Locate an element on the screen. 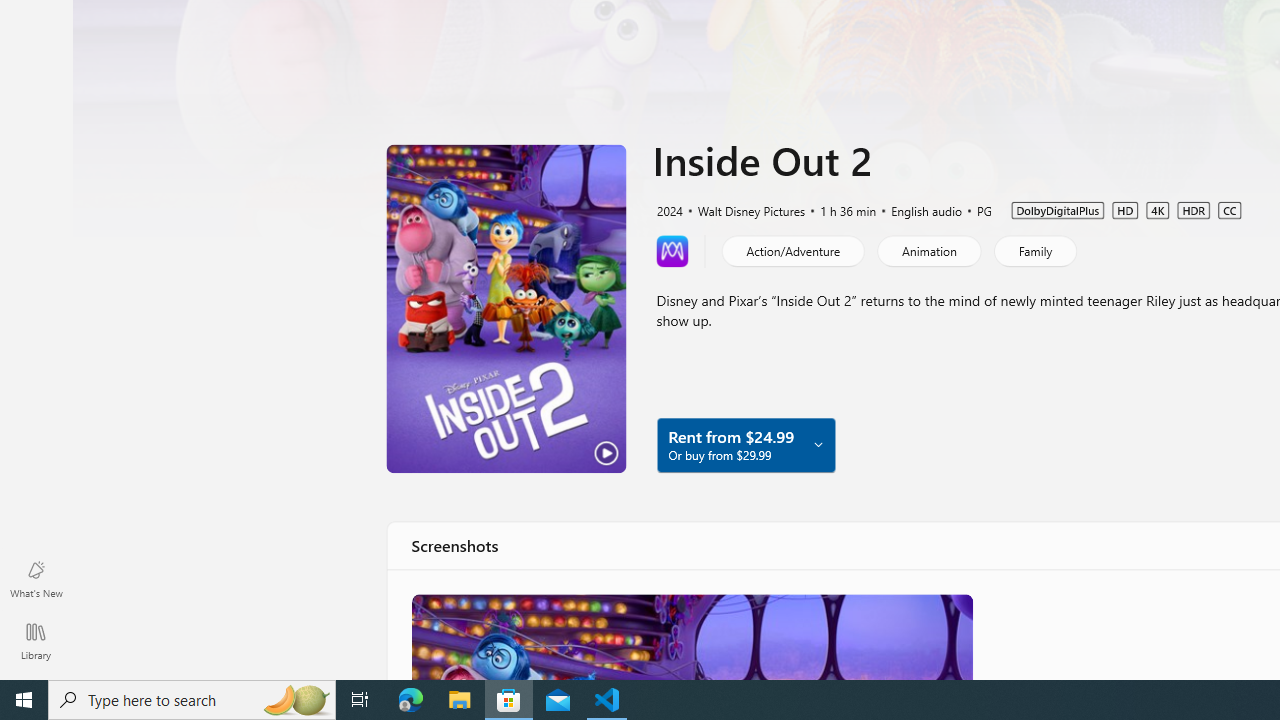 This screenshot has width=1280, height=720. '2024' is located at coordinates (668, 209).